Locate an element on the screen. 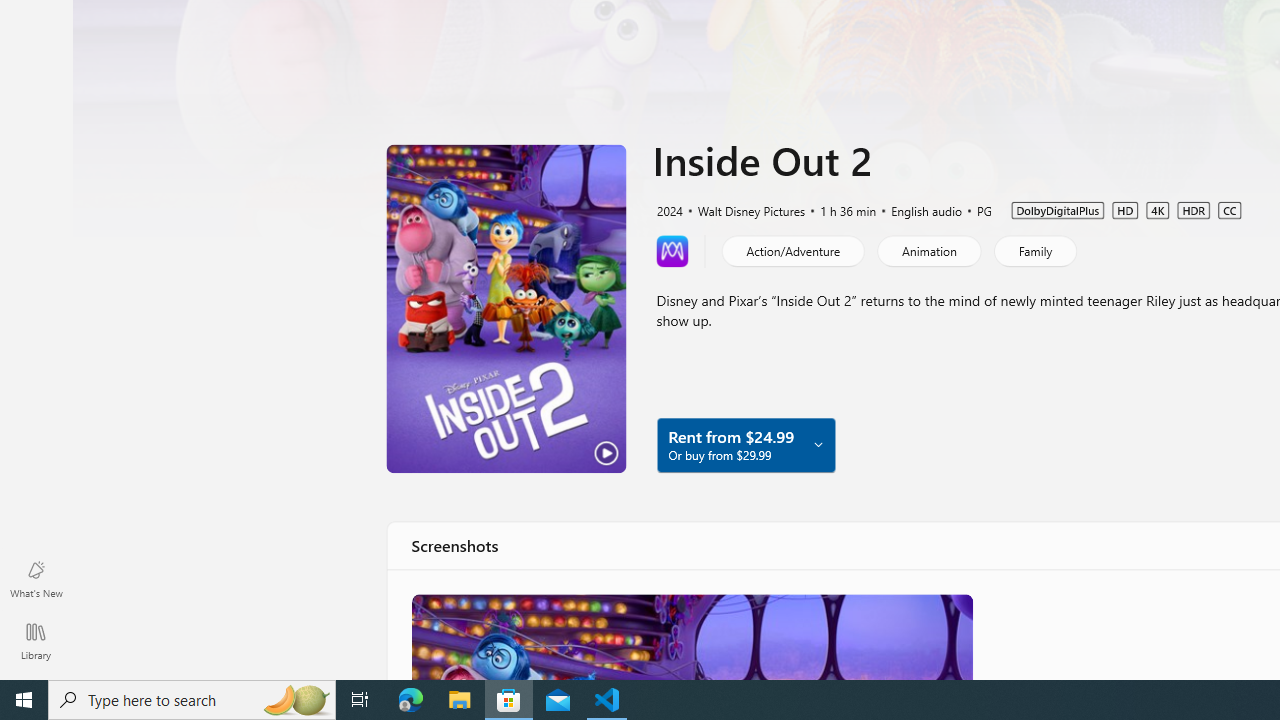 This screenshot has width=1280, height=720. '2024' is located at coordinates (668, 209).